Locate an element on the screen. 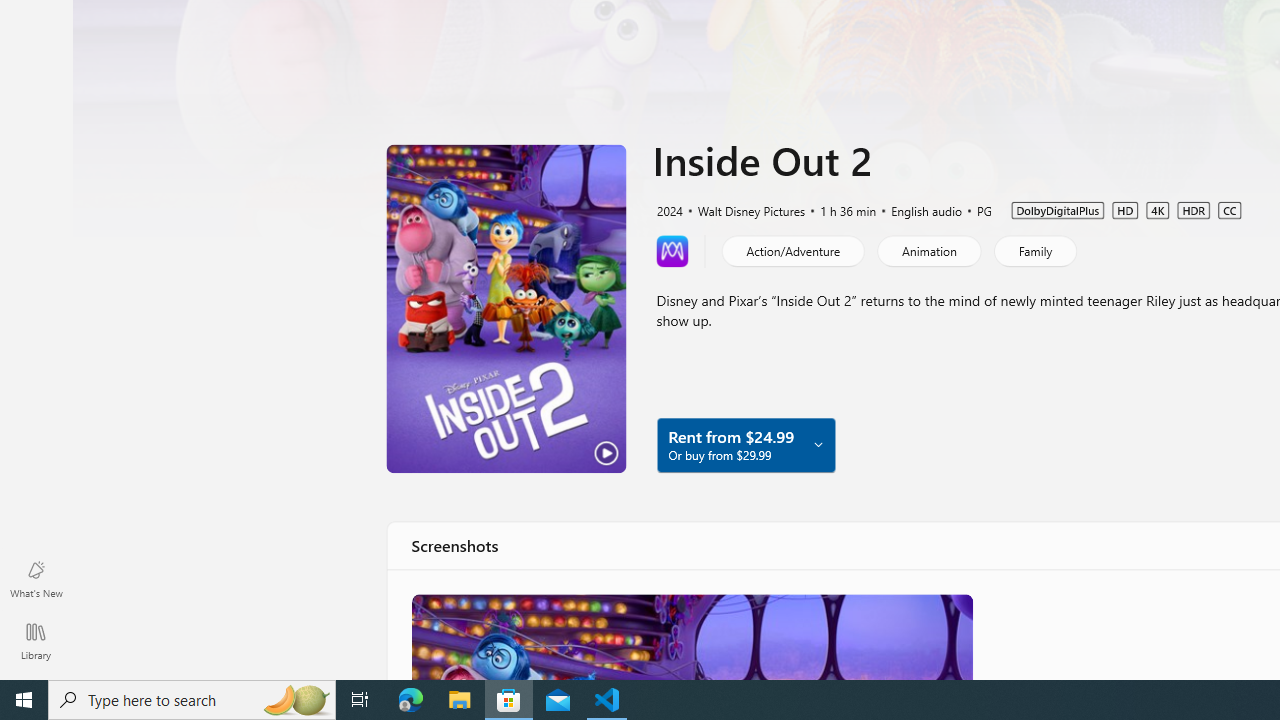 This screenshot has width=1280, height=720. '2024' is located at coordinates (668, 209).